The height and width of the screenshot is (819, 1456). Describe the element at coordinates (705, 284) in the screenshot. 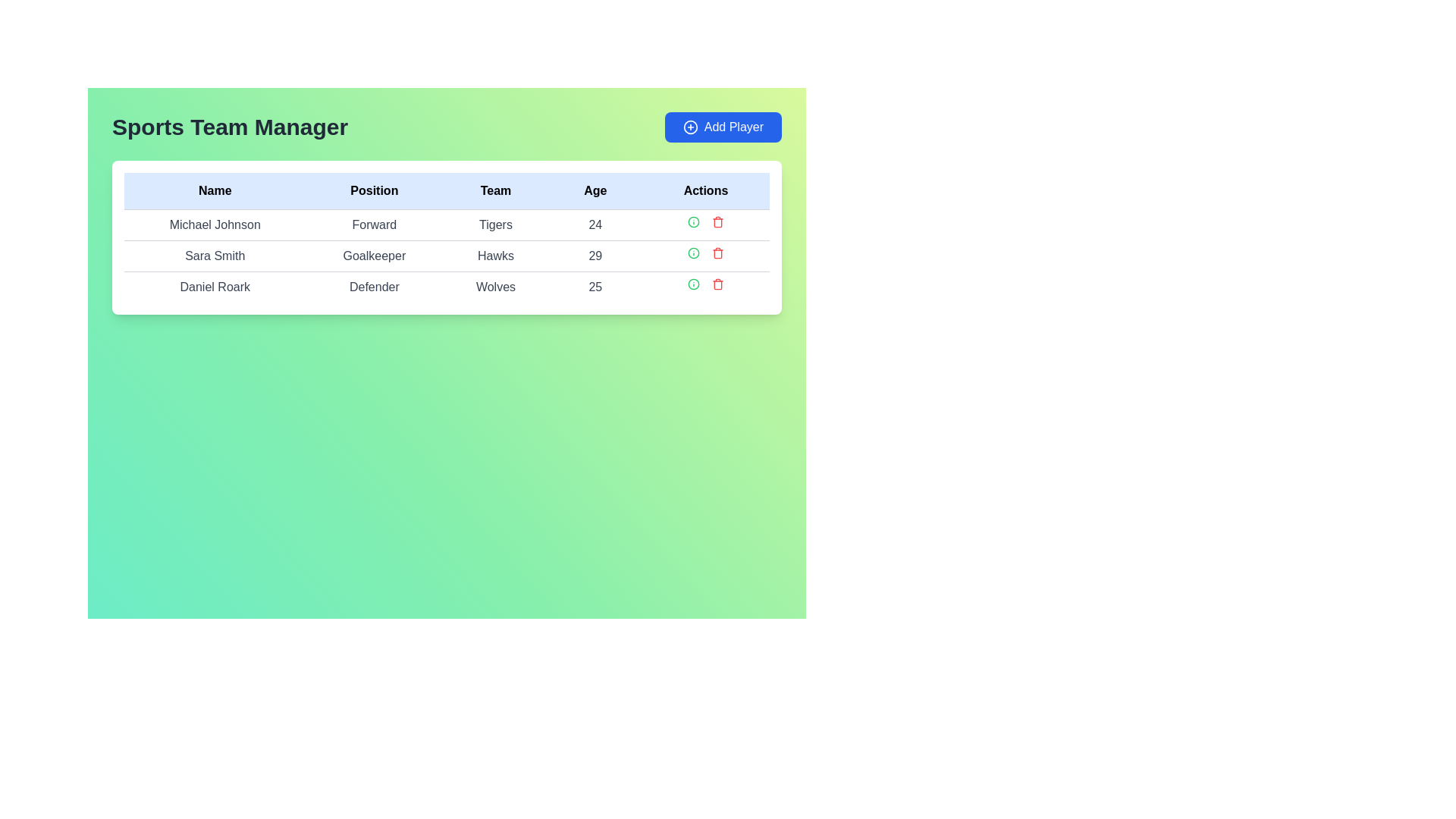

I see `the action controls for the player 'Daniel Roark', a Defender for Wolves, located in the last row of the table under the 'Actions' column` at that location.